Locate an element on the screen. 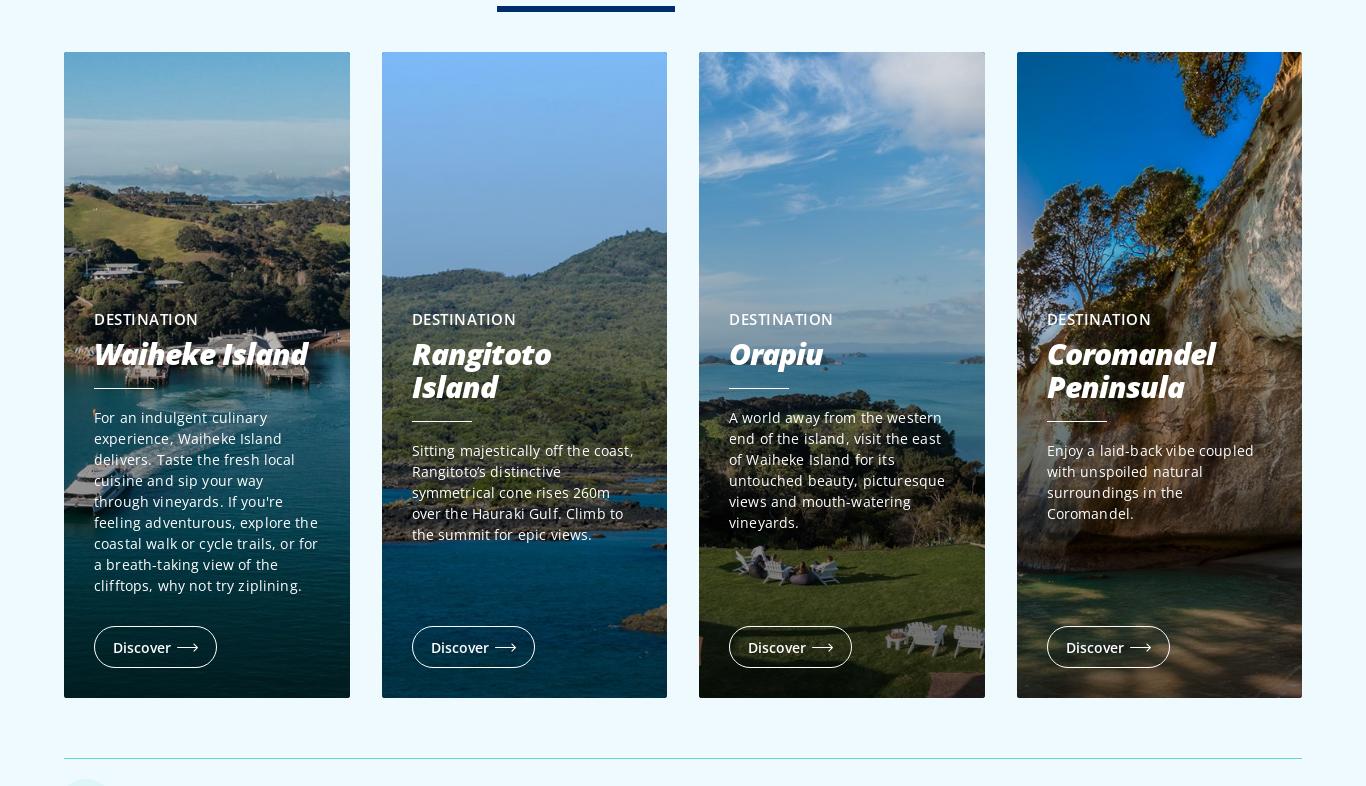 Image resolution: width=1366 pixels, height=786 pixels. 'Coromandel Peninsula' is located at coordinates (1044, 369).